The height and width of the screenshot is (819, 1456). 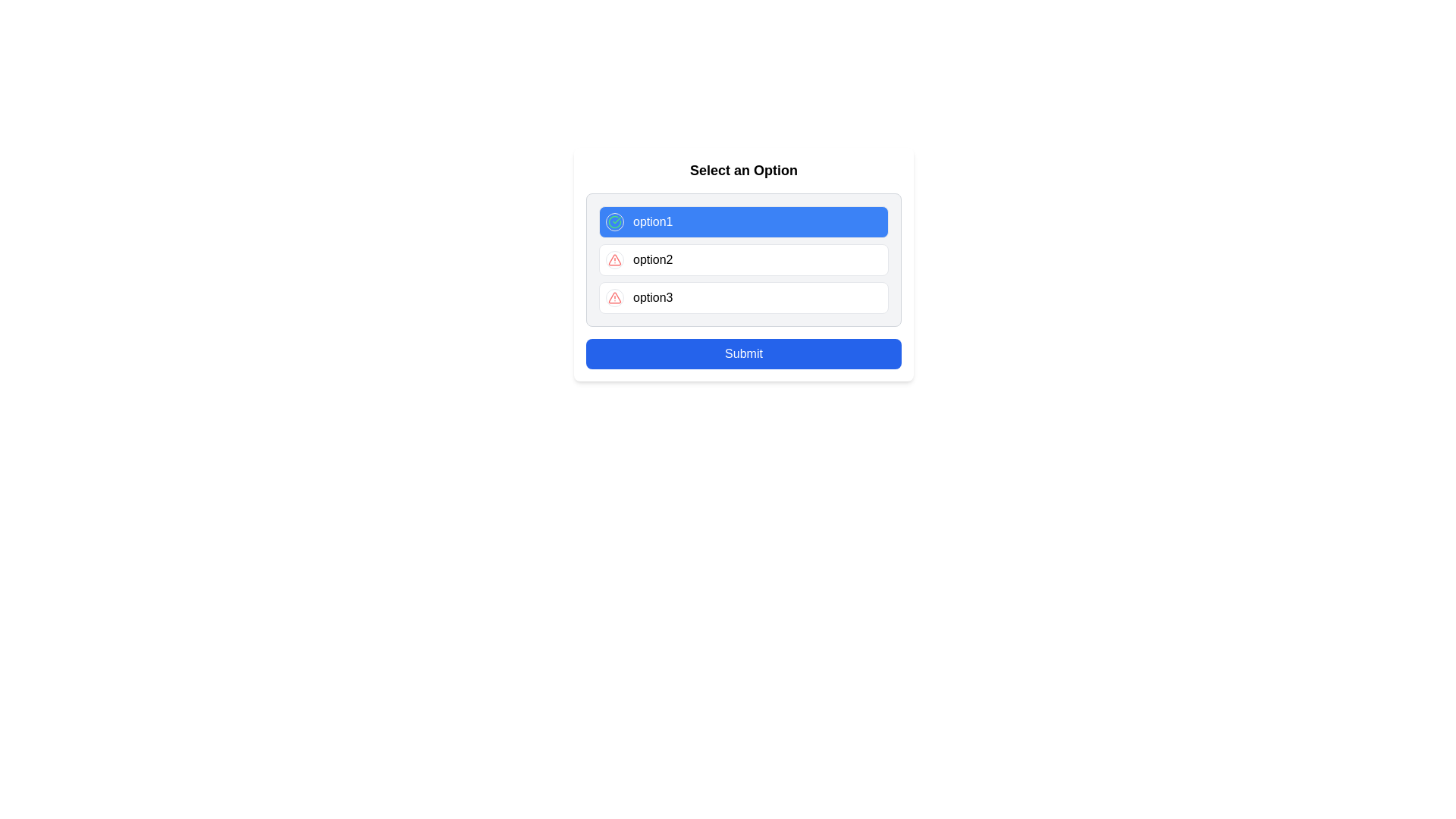 I want to click on the first option button in a vertically-stacked group of three options, so click(x=743, y=222).